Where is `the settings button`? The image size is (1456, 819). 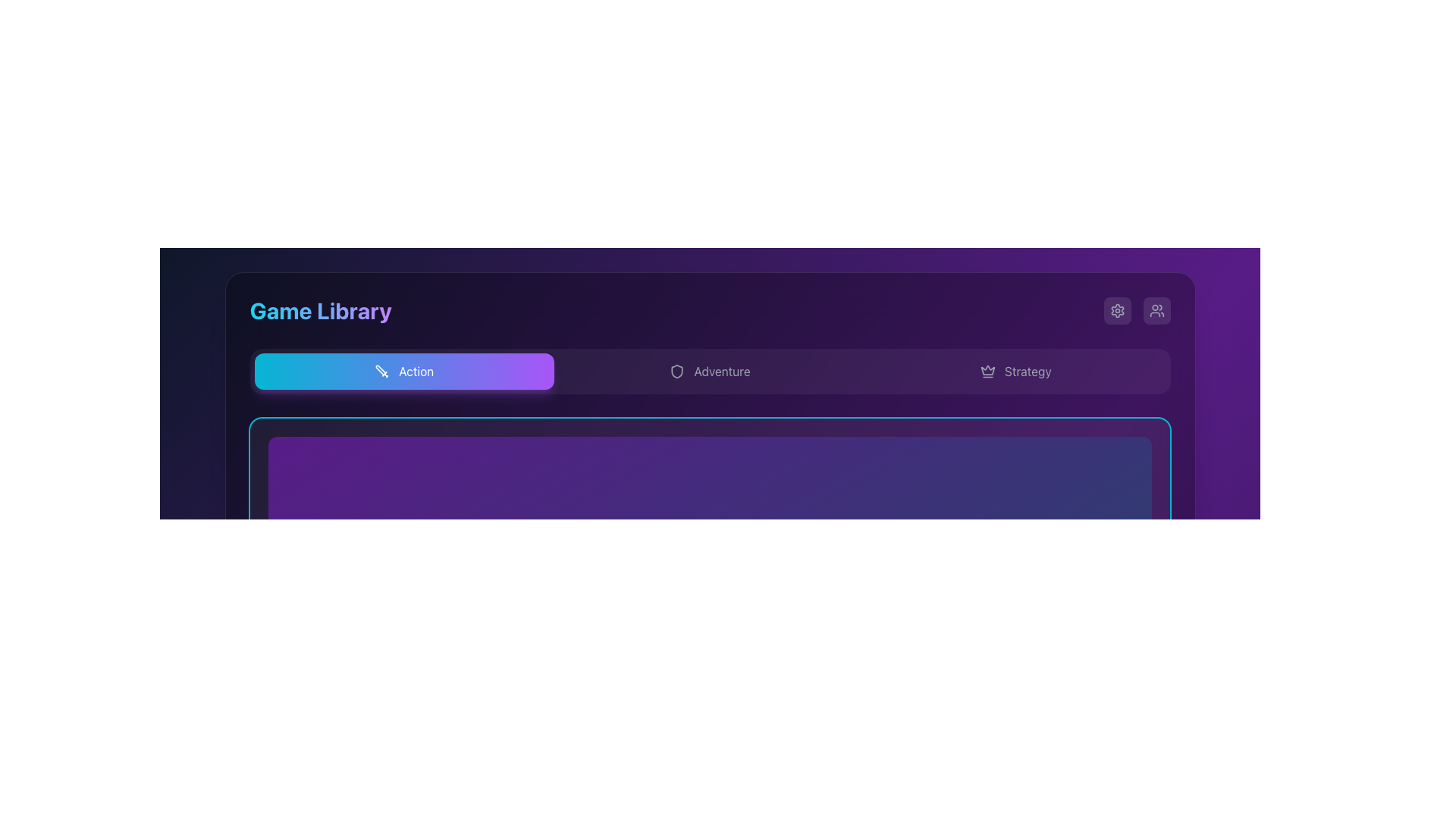
the settings button is located at coordinates (1117, 309).